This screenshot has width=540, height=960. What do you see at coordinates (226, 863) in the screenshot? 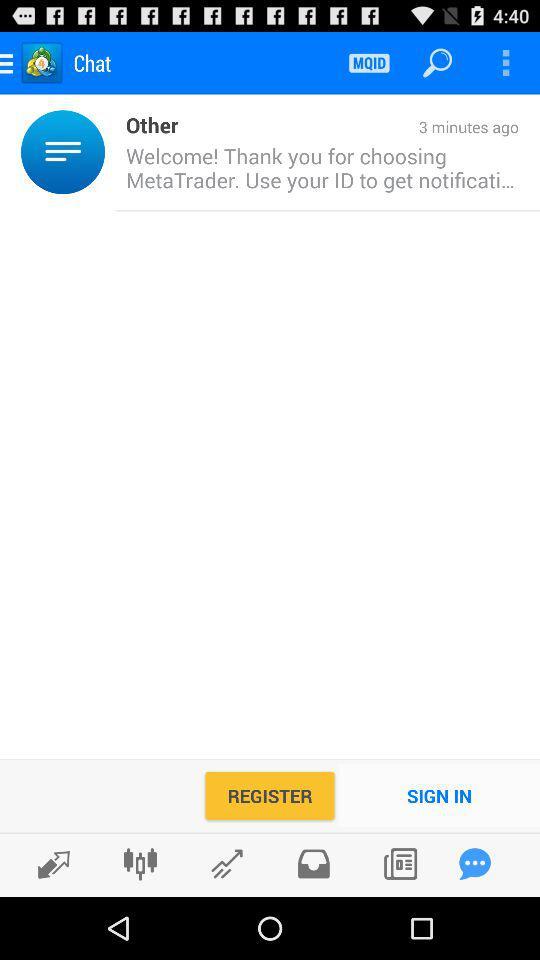
I see `see stocks` at bounding box center [226, 863].